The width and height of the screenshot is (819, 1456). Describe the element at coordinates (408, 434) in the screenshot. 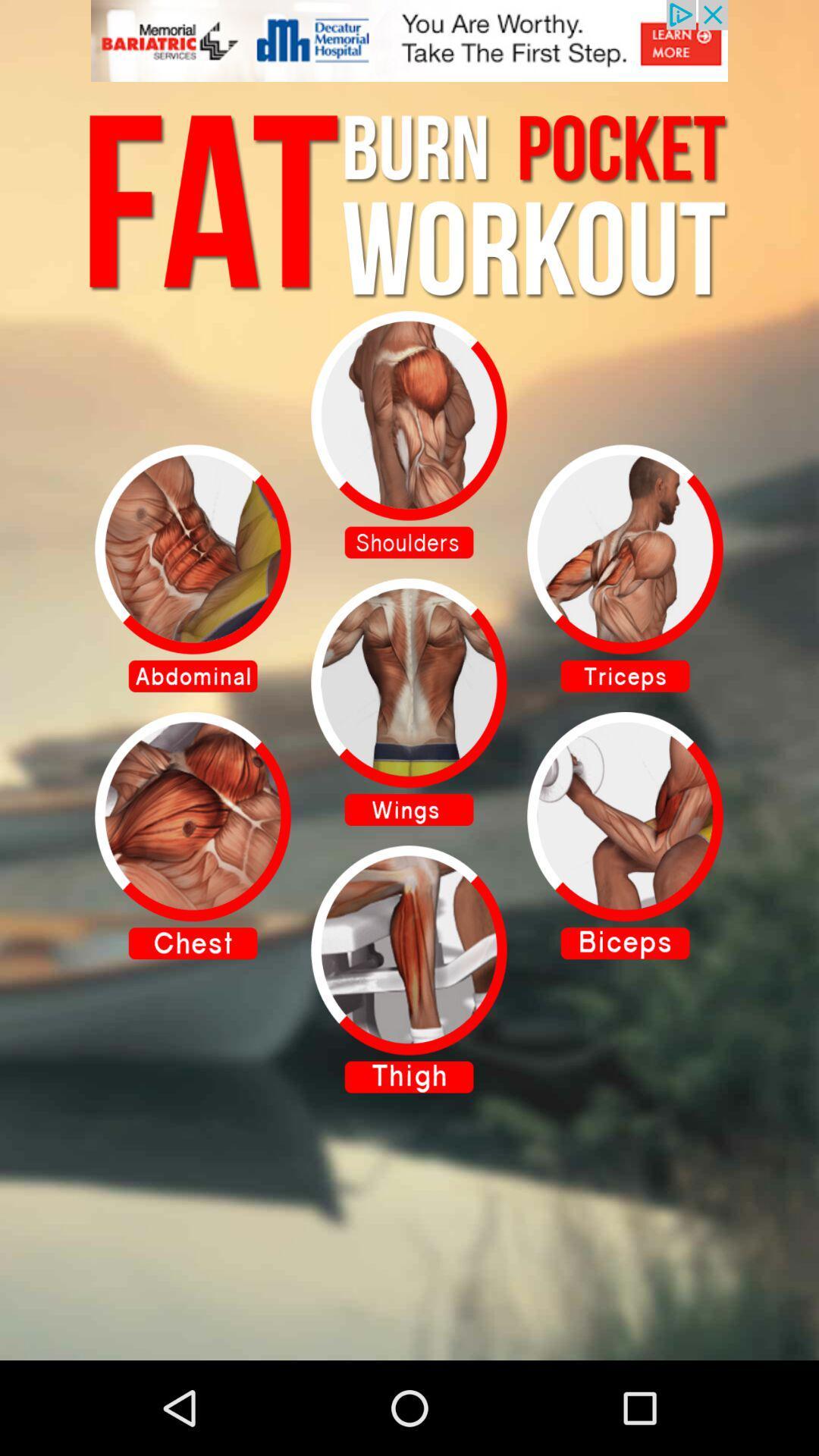

I see `shoulder` at that location.